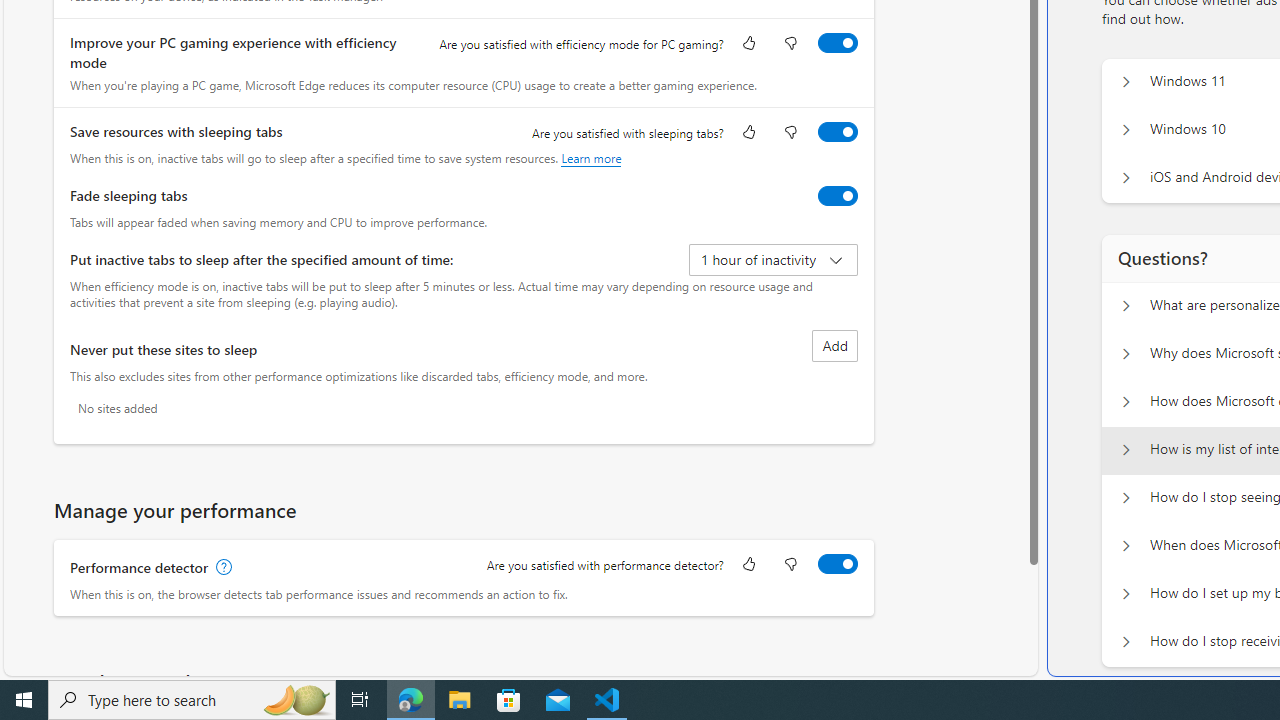 The width and height of the screenshot is (1280, 720). What do you see at coordinates (747, 565) in the screenshot?
I see `'Like'` at bounding box center [747, 565].